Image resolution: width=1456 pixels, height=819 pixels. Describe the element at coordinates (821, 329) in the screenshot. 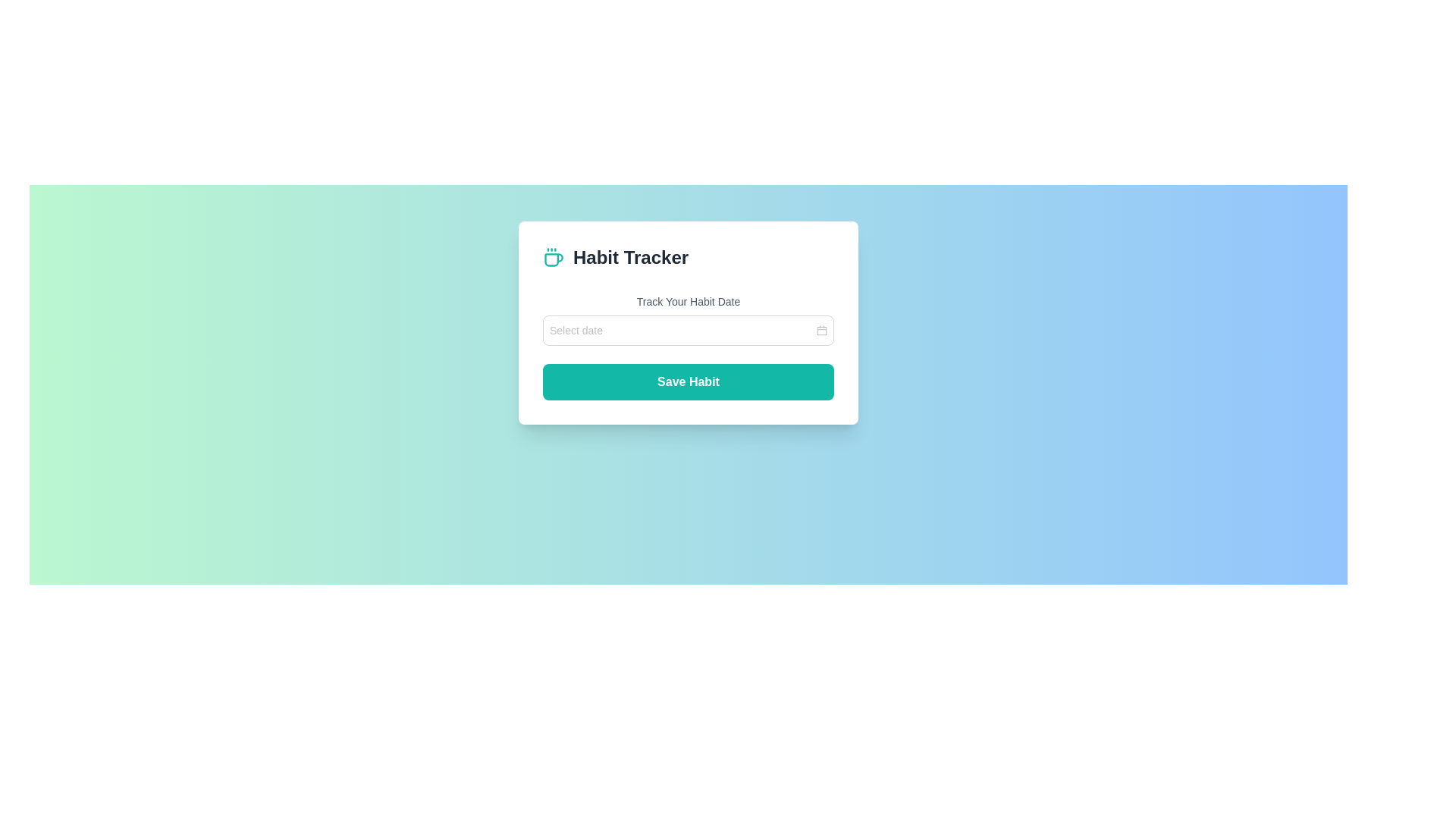

I see `the icon at the far-right end of the 'Select date' input field in the 'Habit Tracker' interface` at that location.